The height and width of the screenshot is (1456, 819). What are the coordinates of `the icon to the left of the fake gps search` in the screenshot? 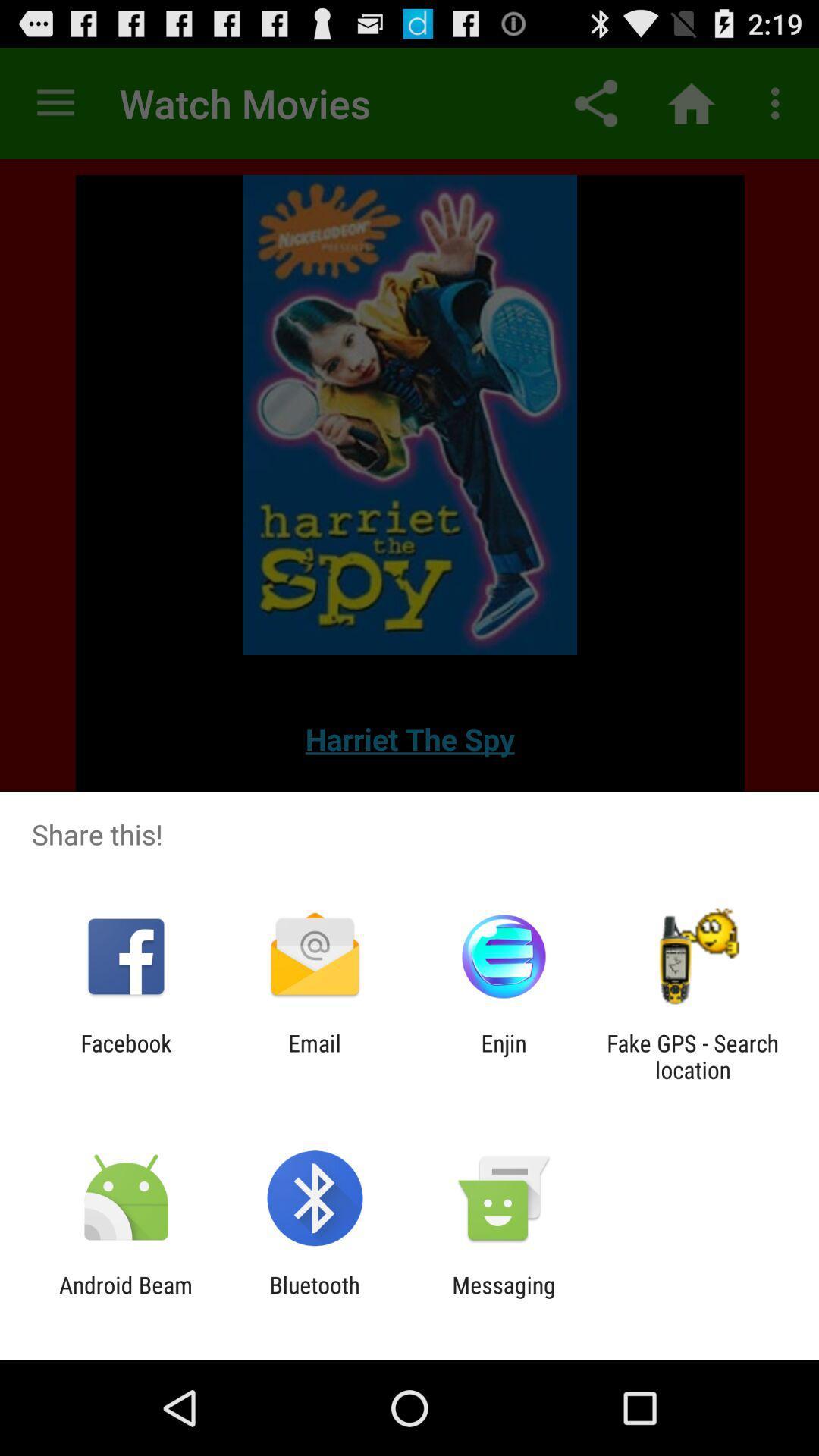 It's located at (504, 1056).